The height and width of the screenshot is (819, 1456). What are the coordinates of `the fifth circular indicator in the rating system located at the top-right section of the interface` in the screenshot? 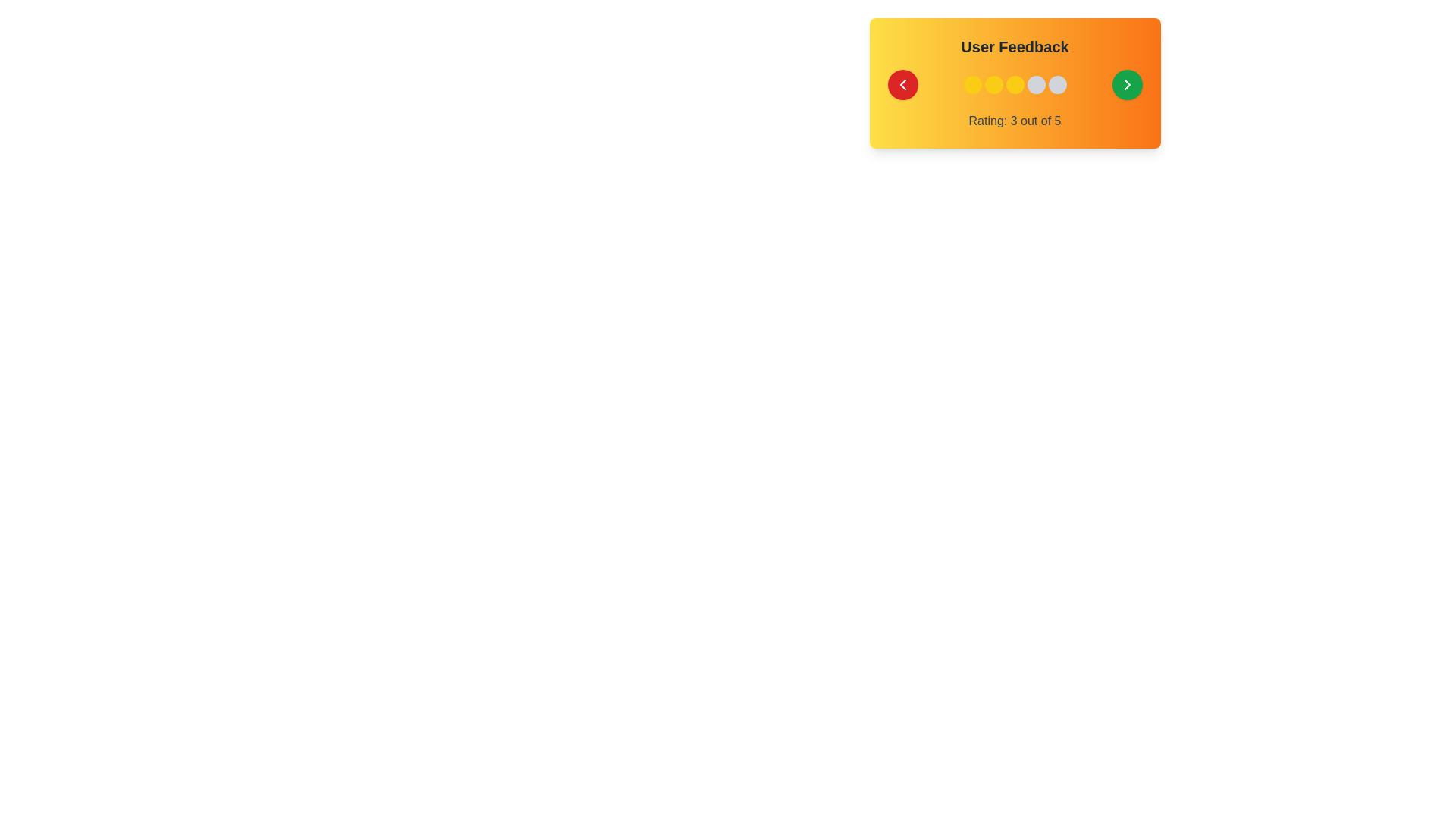 It's located at (1056, 84).